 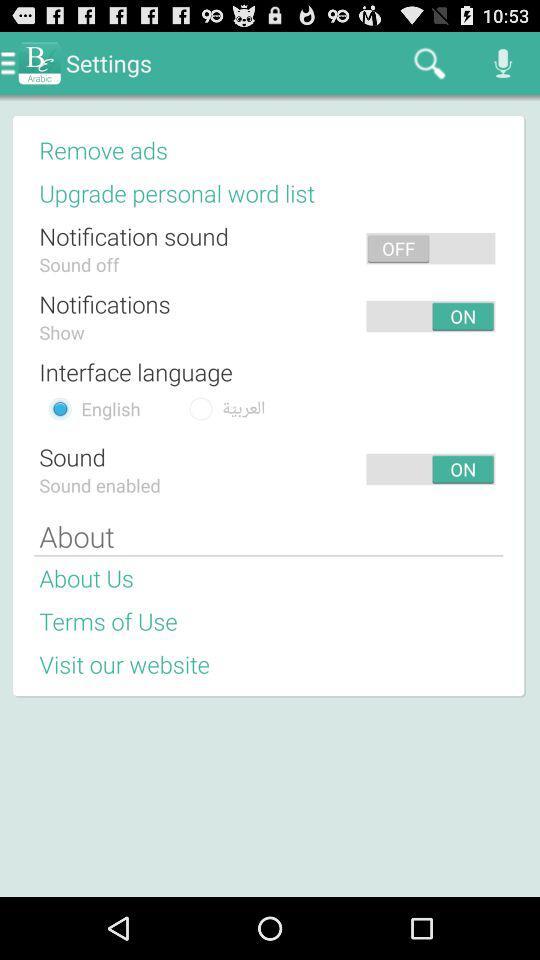 I want to click on the item below notifications app, so click(x=62, y=332).